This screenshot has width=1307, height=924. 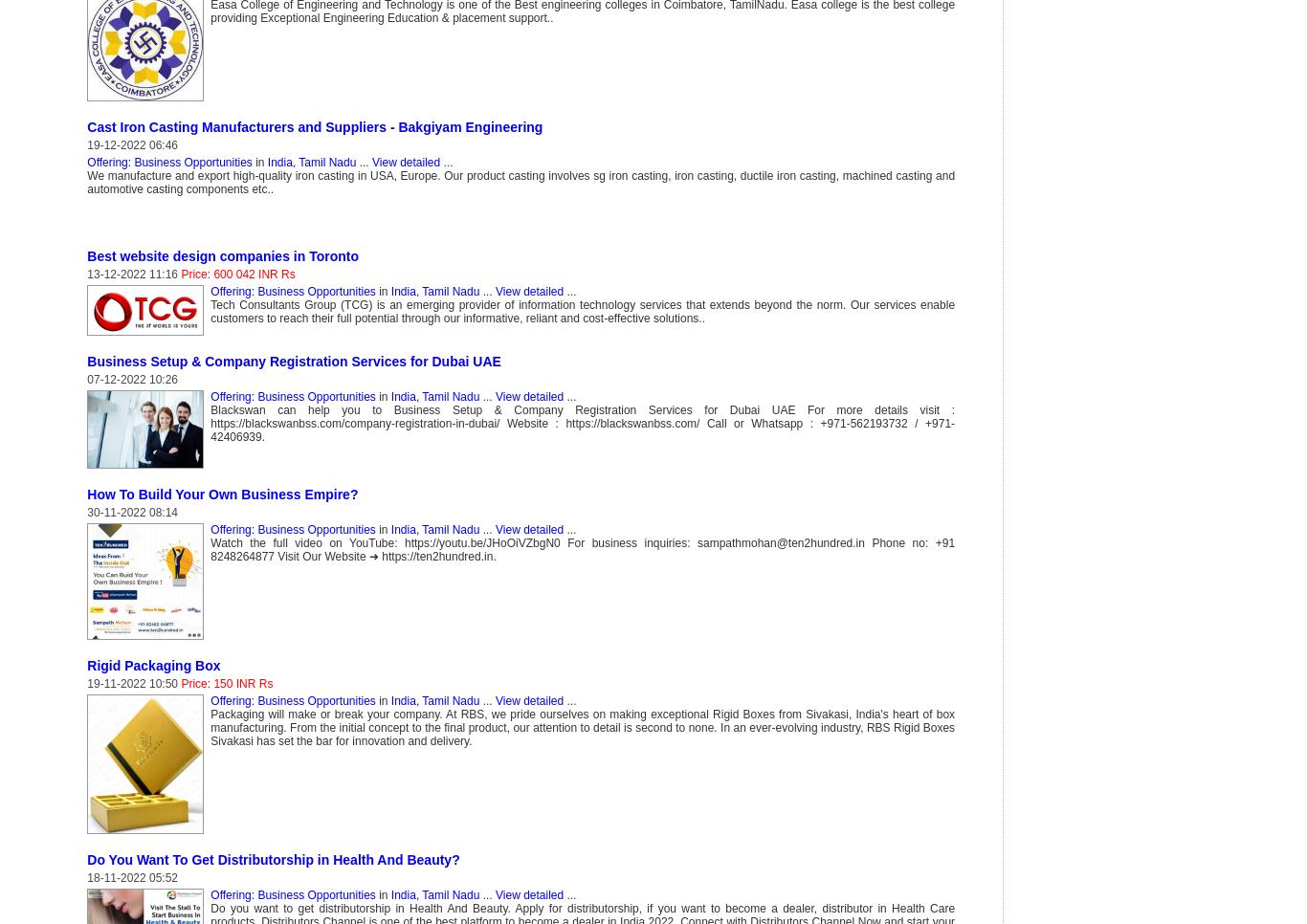 What do you see at coordinates (581, 312) in the screenshot?
I see `'Tech Consultants Group (TCG) is an emerging provider of information technology services that extends beyond the norm. Our services enable customers to reach their full potential through our informative,  reliant and cost-effective solutions..'` at bounding box center [581, 312].